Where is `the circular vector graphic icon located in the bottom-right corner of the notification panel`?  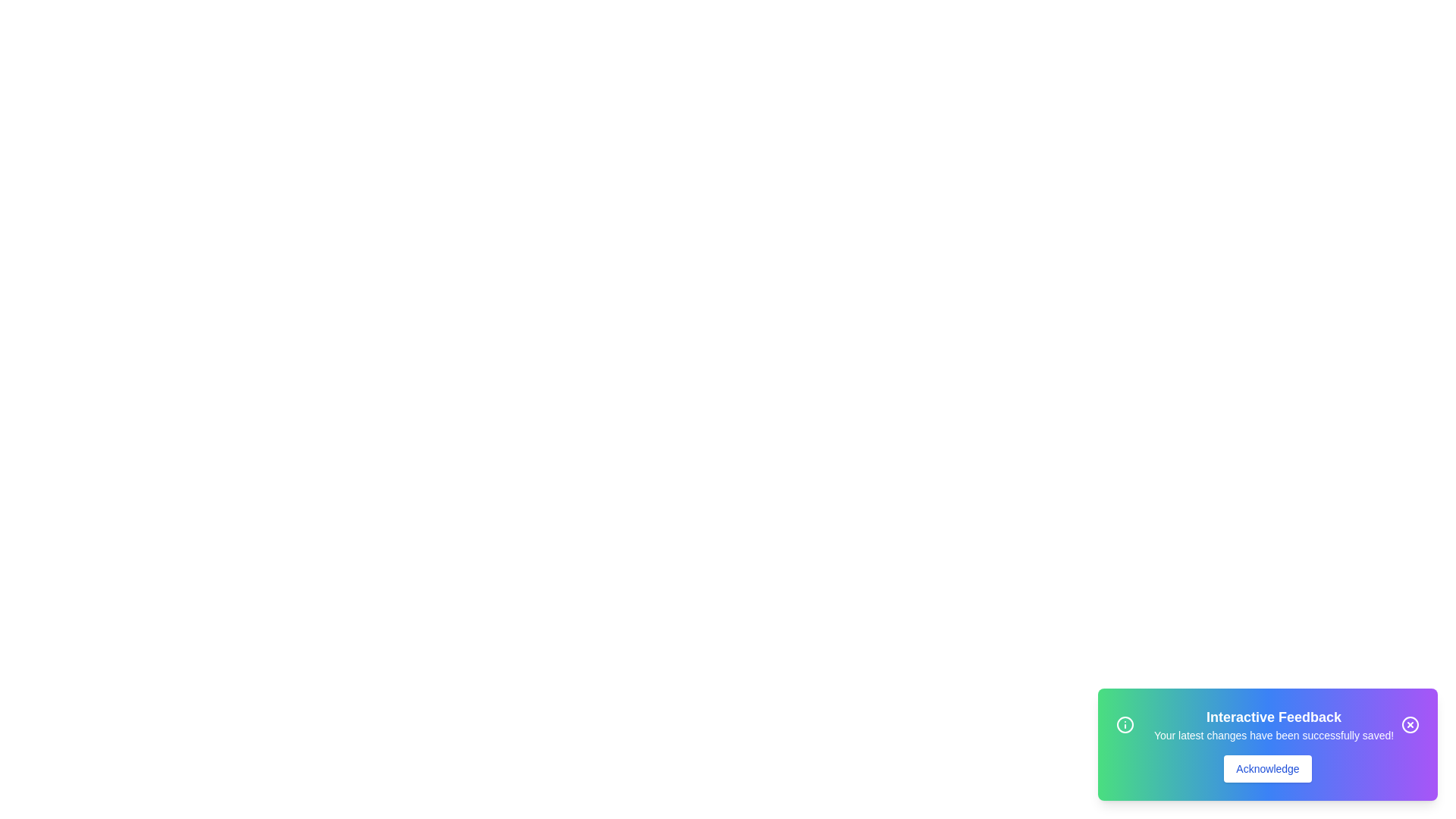
the circular vector graphic icon located in the bottom-right corner of the notification panel is located at coordinates (1410, 724).